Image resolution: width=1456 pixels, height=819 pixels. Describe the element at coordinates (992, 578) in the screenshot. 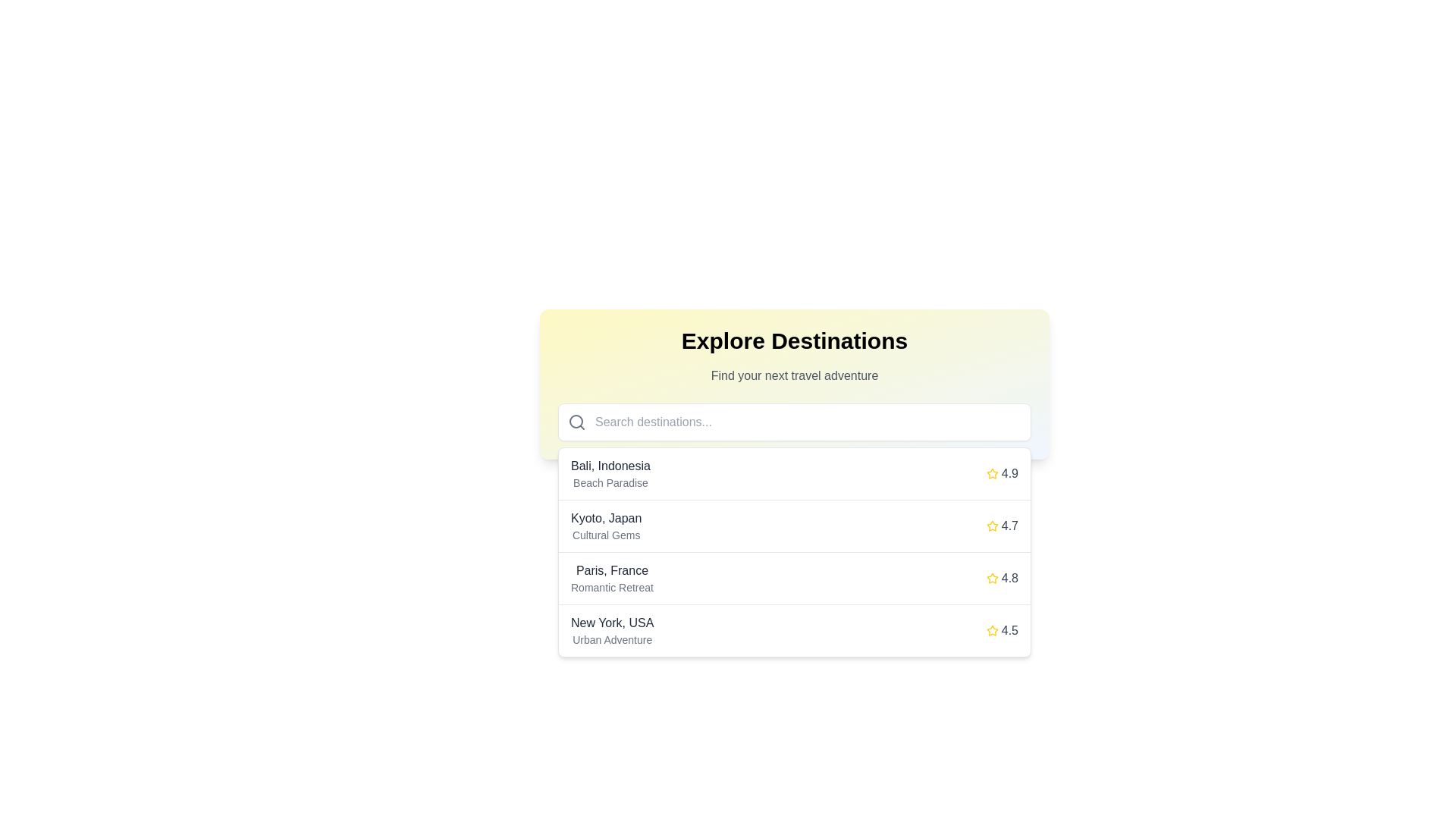

I see `the star icon indicating the rating for 'Paris, France'` at that location.